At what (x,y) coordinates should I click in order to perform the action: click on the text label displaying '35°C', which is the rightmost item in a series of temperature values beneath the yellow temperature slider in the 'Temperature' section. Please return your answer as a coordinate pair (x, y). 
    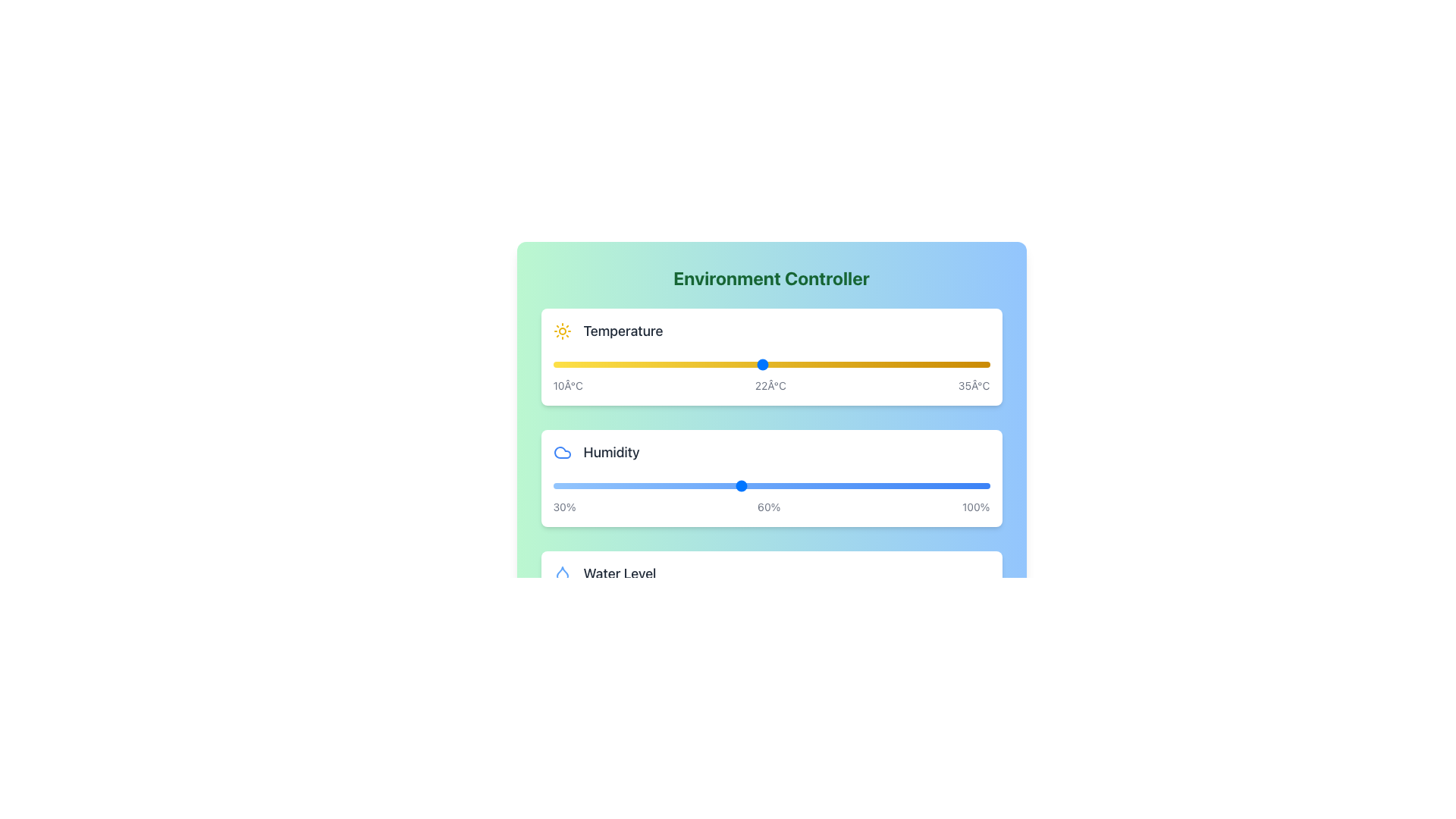
    Looking at the image, I should click on (974, 385).